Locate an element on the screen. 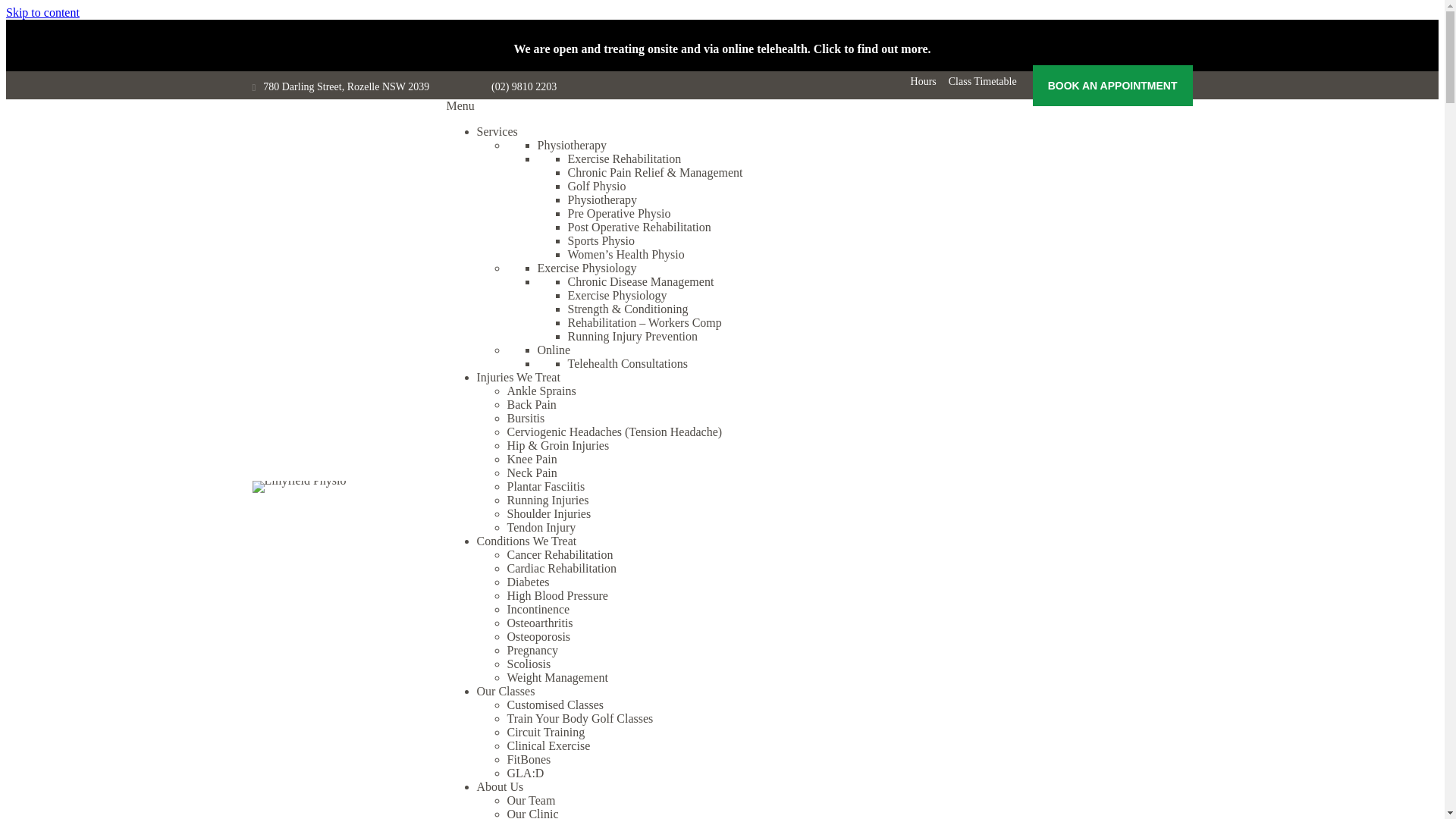 The height and width of the screenshot is (819, 1456). 'Pre Operative Physio' is located at coordinates (566, 213).